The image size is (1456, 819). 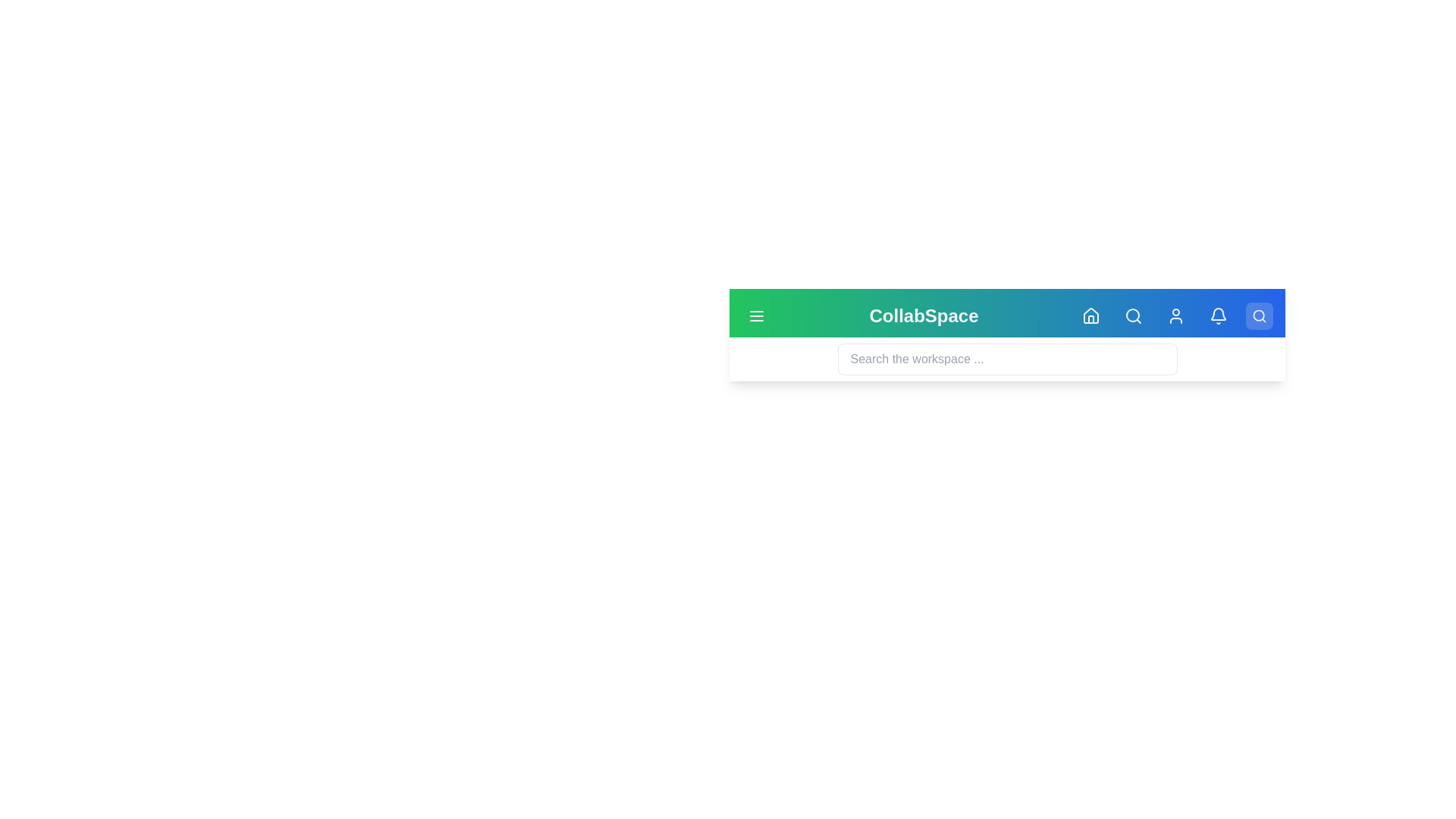 What do you see at coordinates (1090, 315) in the screenshot?
I see `the home icon button to navigate to the home page` at bounding box center [1090, 315].